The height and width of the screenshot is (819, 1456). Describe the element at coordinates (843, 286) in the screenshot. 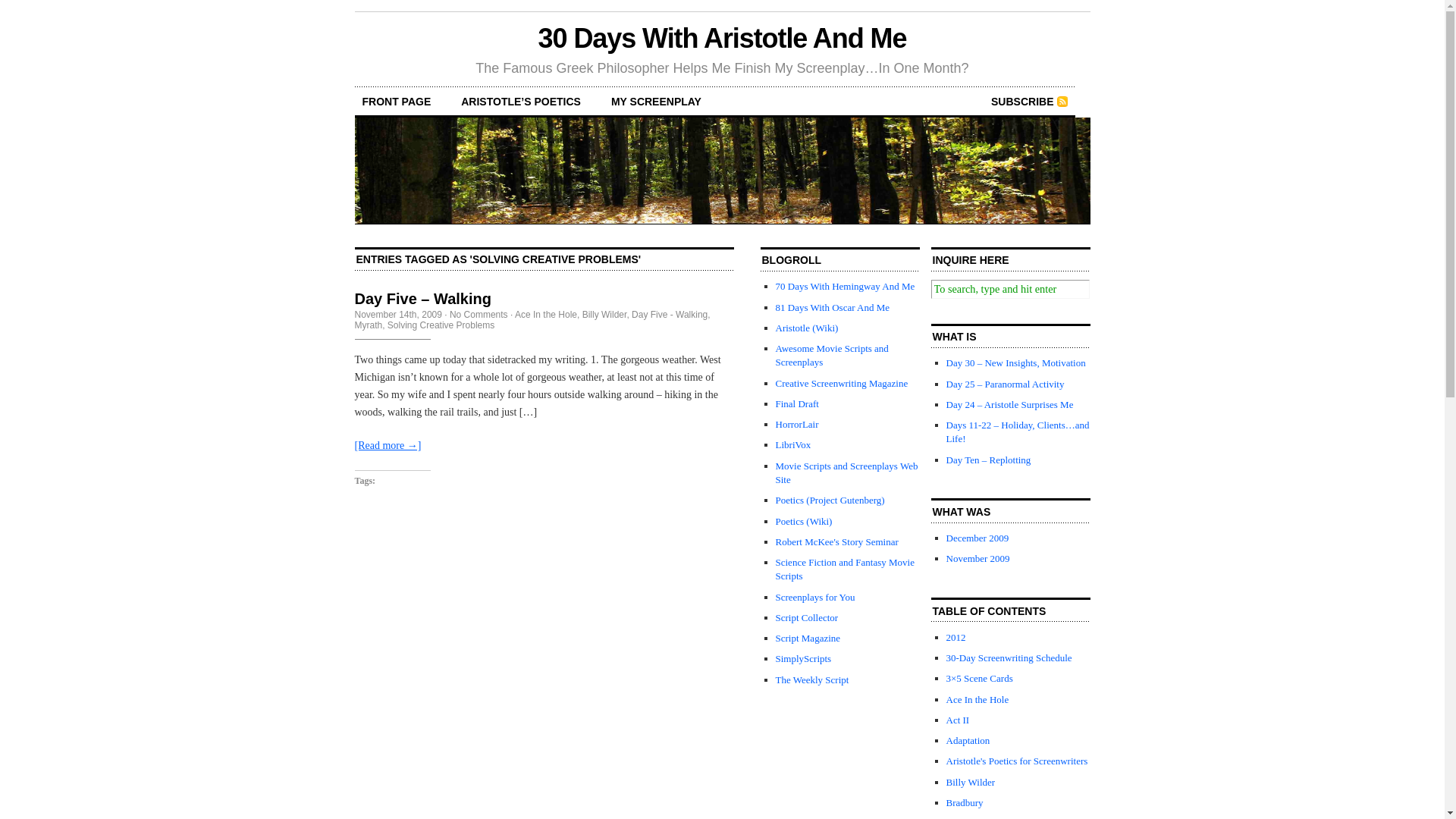

I see `'70 Days With Hemingway And Me'` at that location.